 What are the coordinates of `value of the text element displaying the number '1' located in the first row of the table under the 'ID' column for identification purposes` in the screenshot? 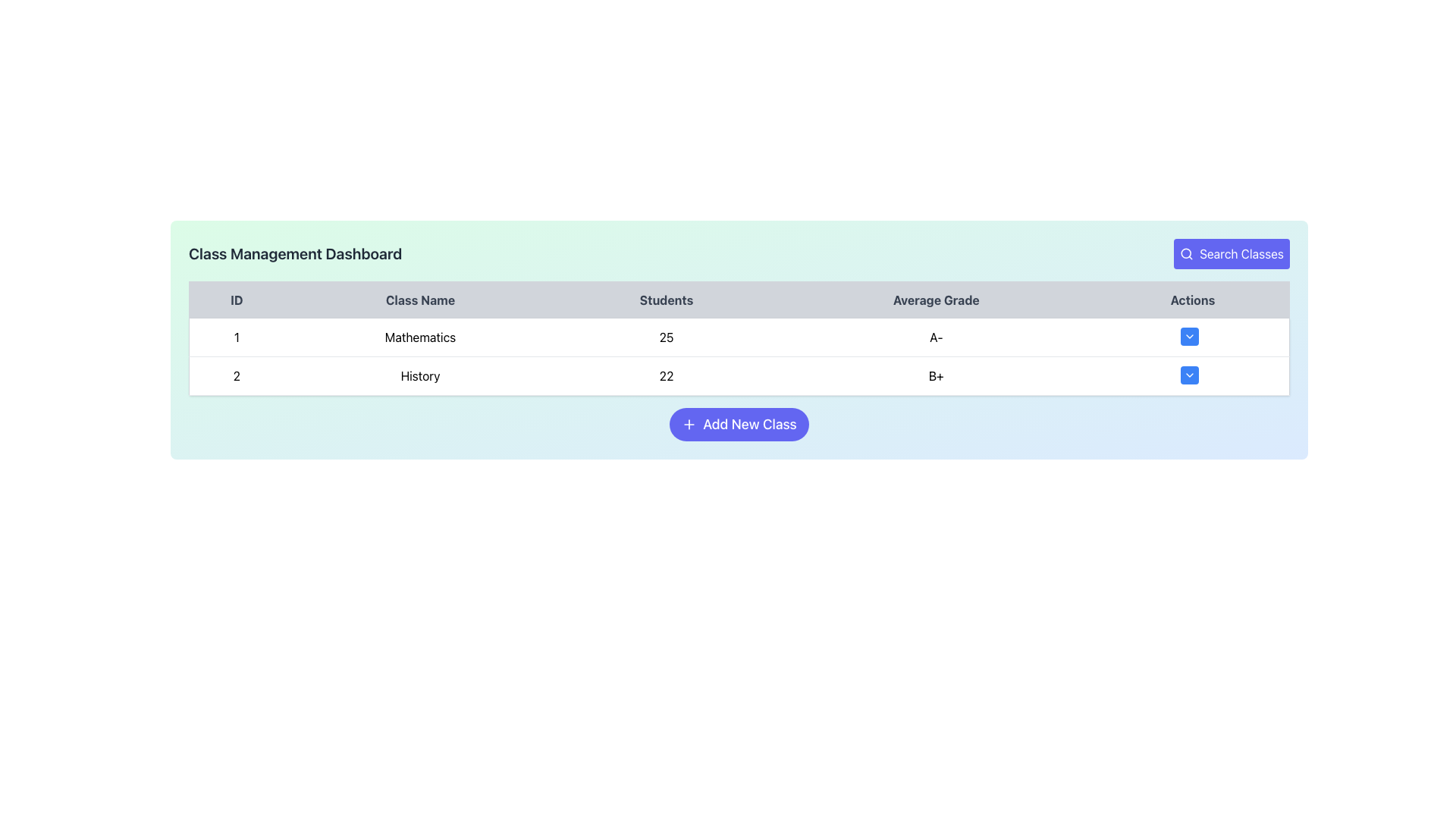 It's located at (236, 337).